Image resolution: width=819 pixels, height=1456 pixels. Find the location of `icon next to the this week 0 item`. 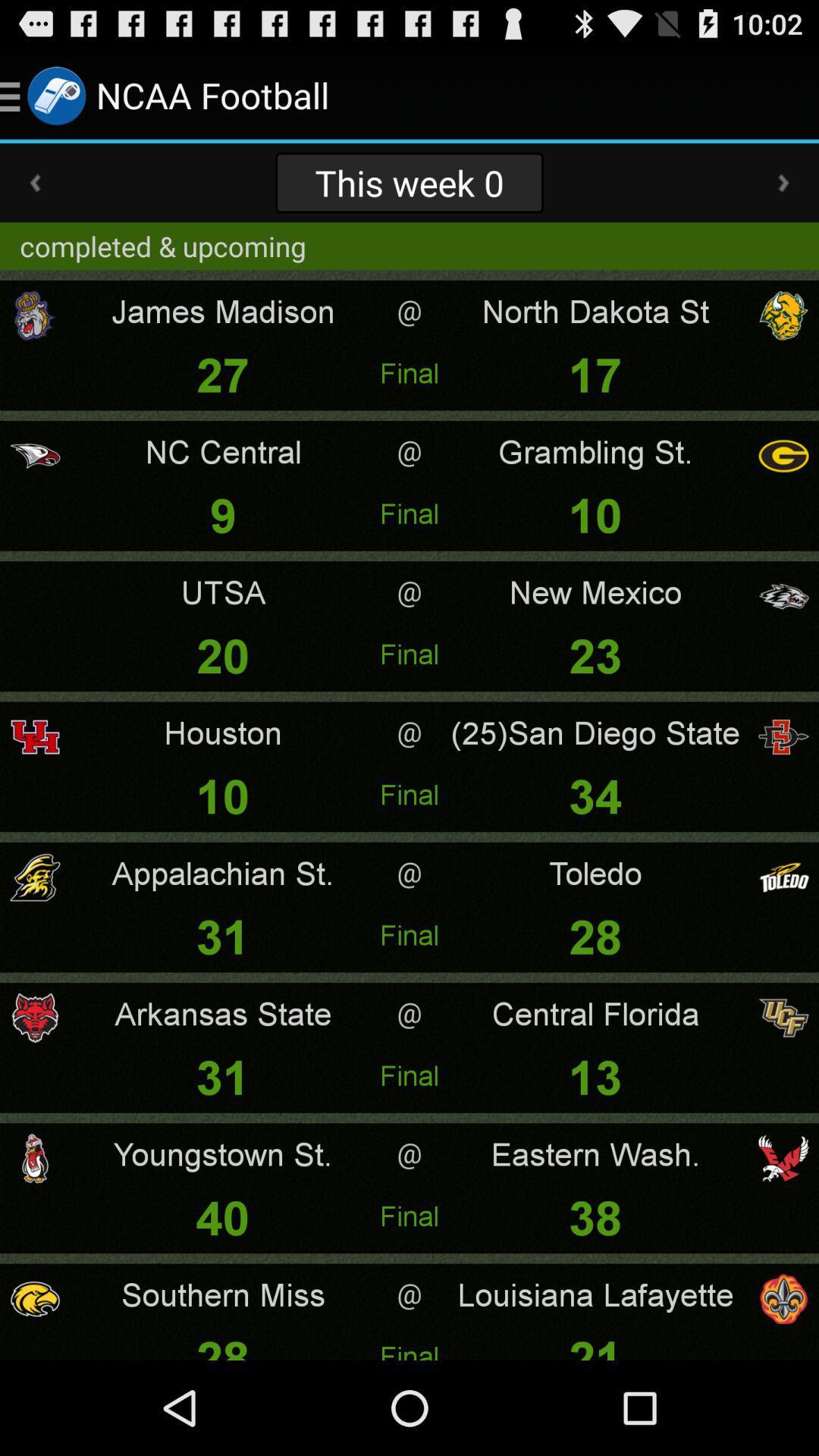

icon next to the this week 0 item is located at coordinates (783, 182).